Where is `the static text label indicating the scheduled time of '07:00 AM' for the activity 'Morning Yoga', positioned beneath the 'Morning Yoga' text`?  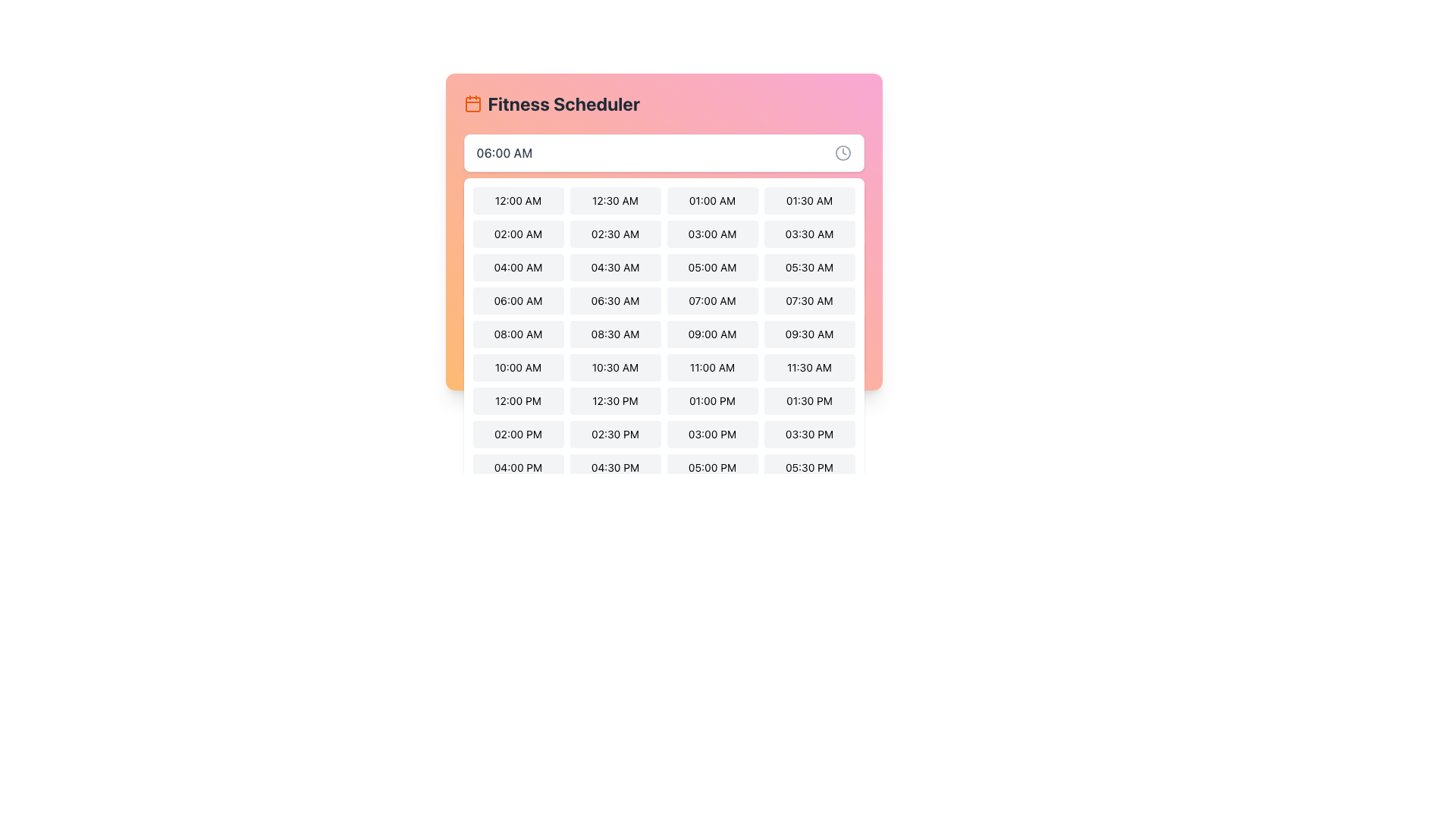 the static text label indicating the scheduled time of '07:00 AM' for the activity 'Morning Yoga', positioned beneath the 'Morning Yoga' text is located at coordinates (514, 278).